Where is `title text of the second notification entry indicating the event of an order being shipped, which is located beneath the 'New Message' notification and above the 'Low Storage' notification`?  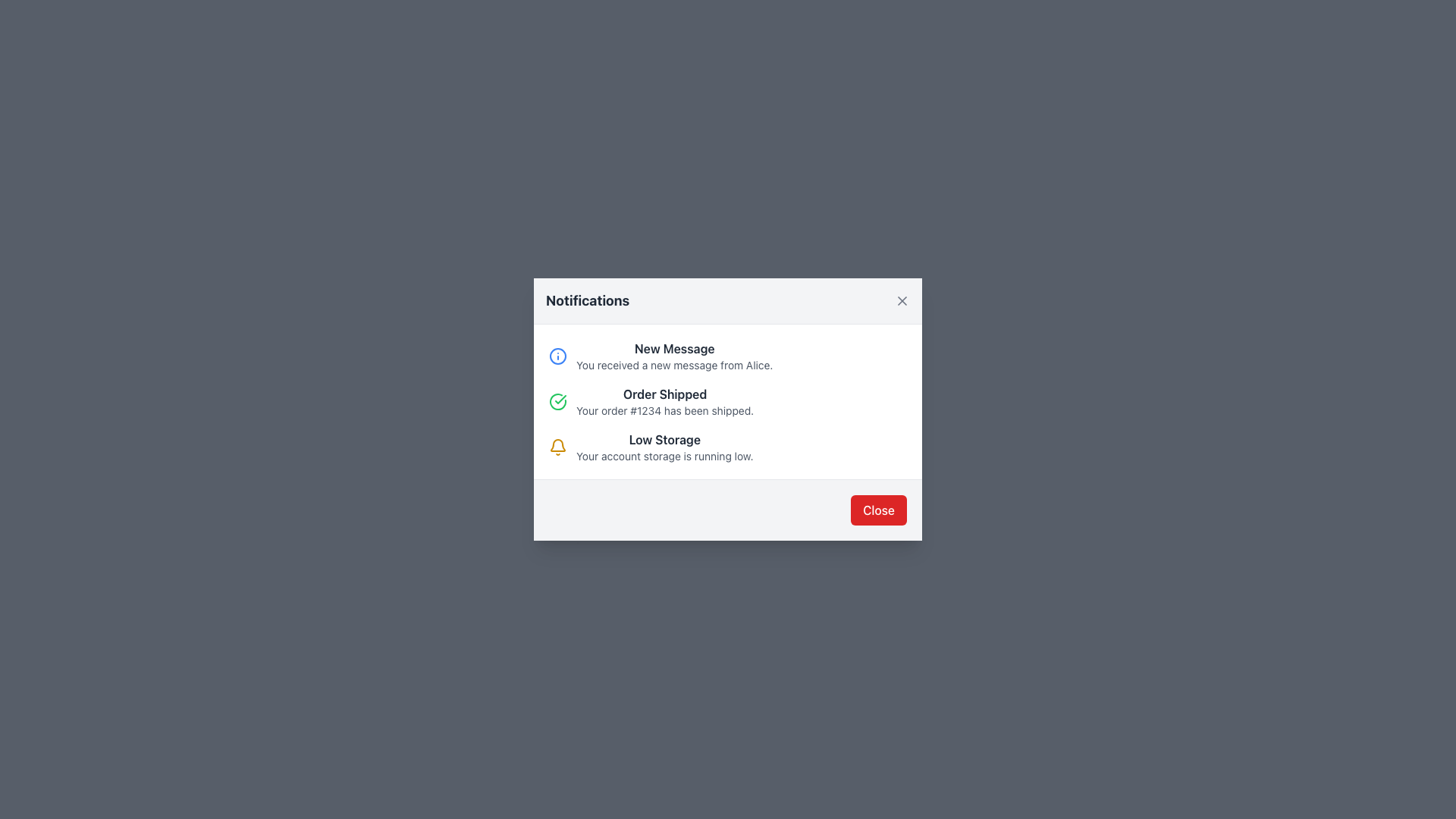 title text of the second notification entry indicating the event of an order being shipped, which is located beneath the 'New Message' notification and above the 'Low Storage' notification is located at coordinates (665, 394).